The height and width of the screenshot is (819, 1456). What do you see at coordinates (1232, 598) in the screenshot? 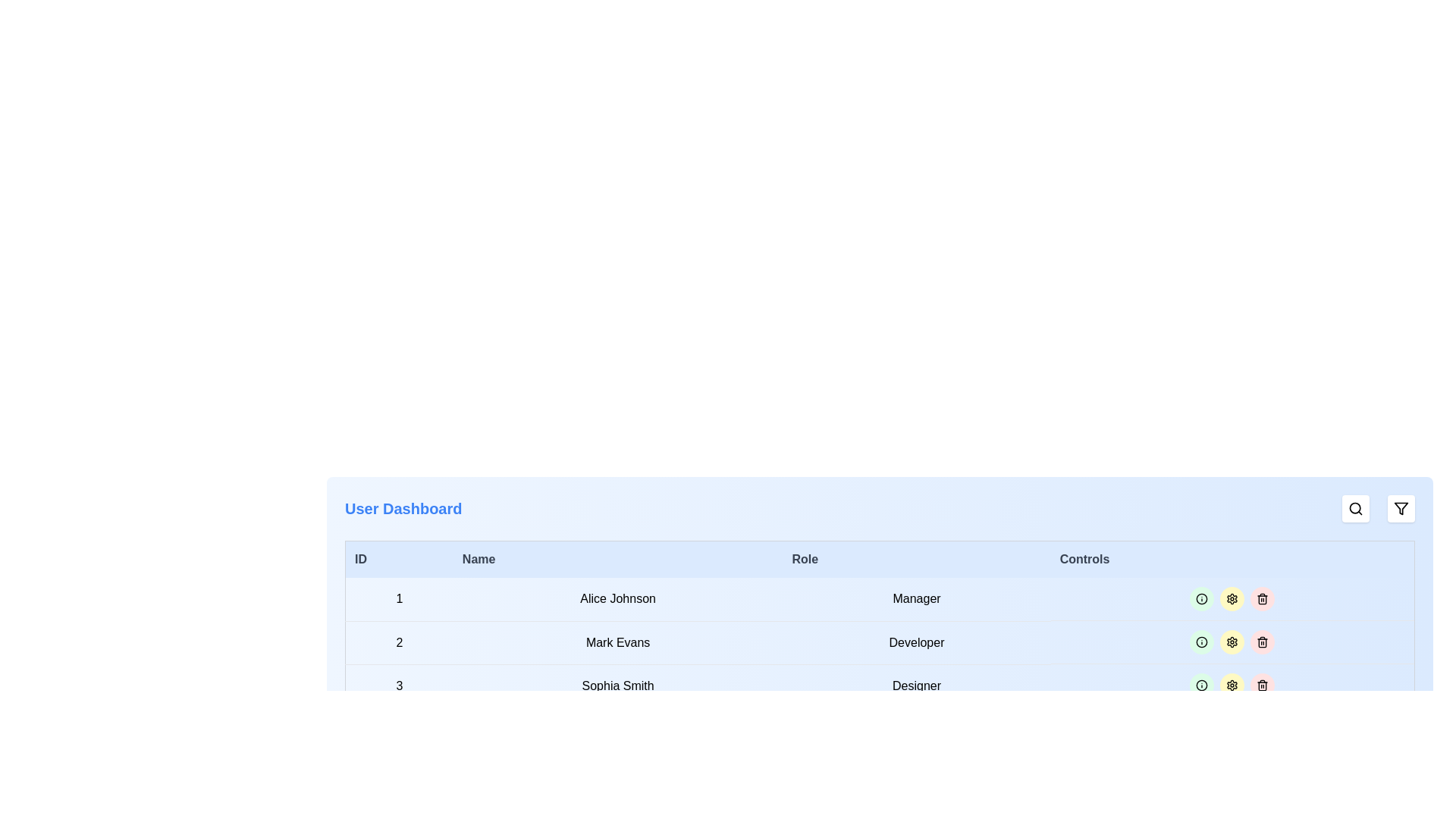
I see `the Settings icon (gear) located in the top-right of the user interface` at bounding box center [1232, 598].